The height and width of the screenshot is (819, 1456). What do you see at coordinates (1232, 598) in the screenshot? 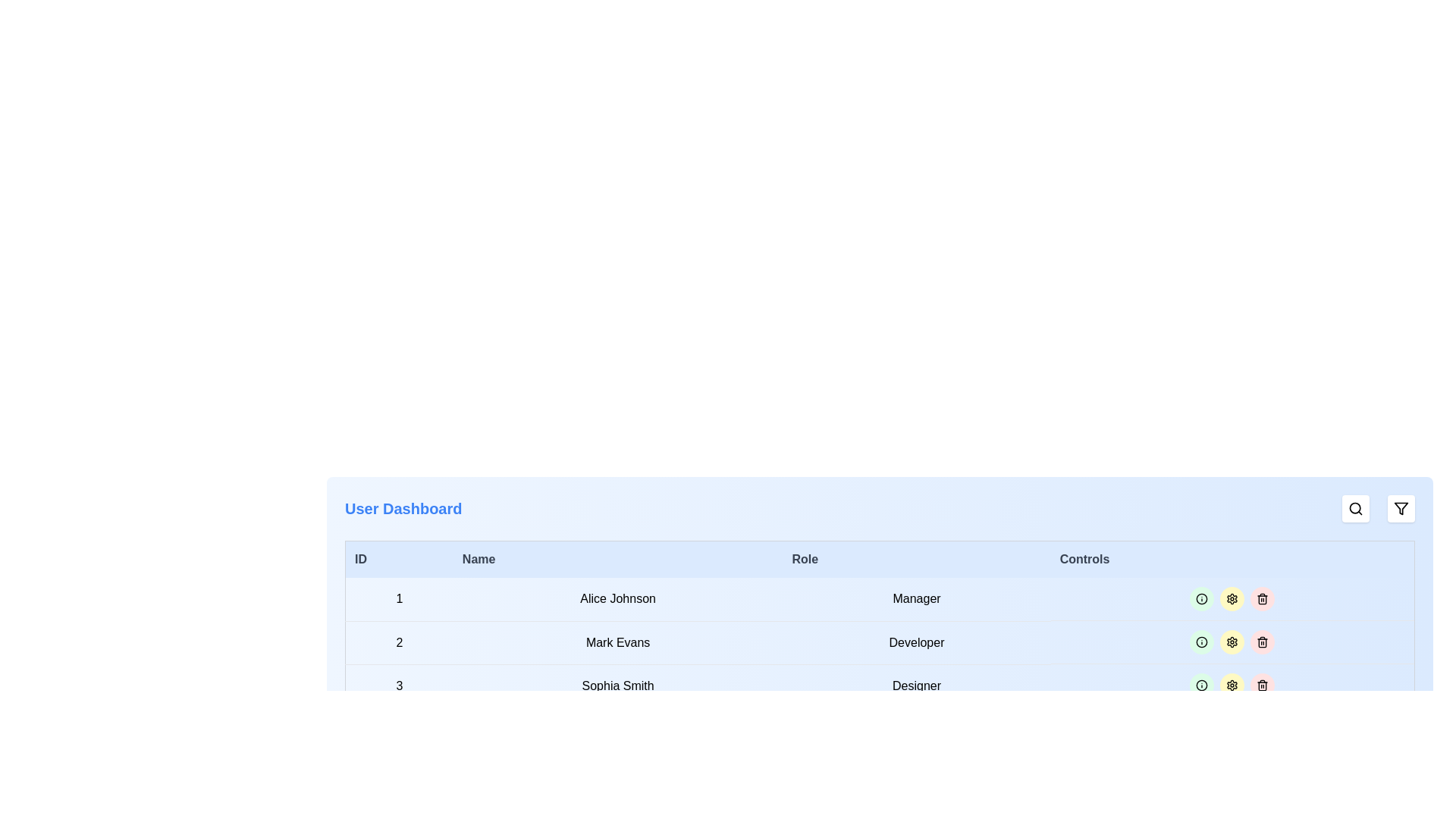
I see `the Settings icon (gear) located in the top-right of the user interface` at bounding box center [1232, 598].